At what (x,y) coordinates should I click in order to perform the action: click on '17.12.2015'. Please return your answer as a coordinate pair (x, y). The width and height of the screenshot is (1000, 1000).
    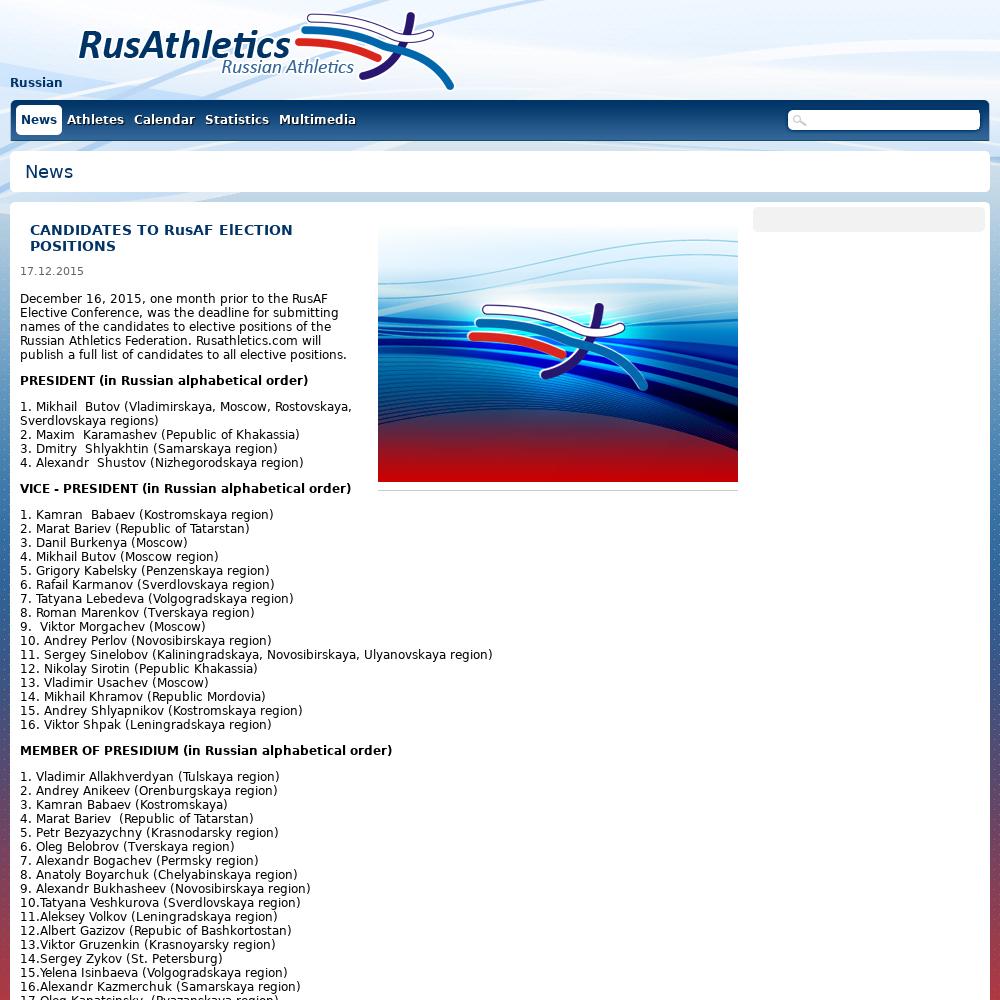
    Looking at the image, I should click on (20, 271).